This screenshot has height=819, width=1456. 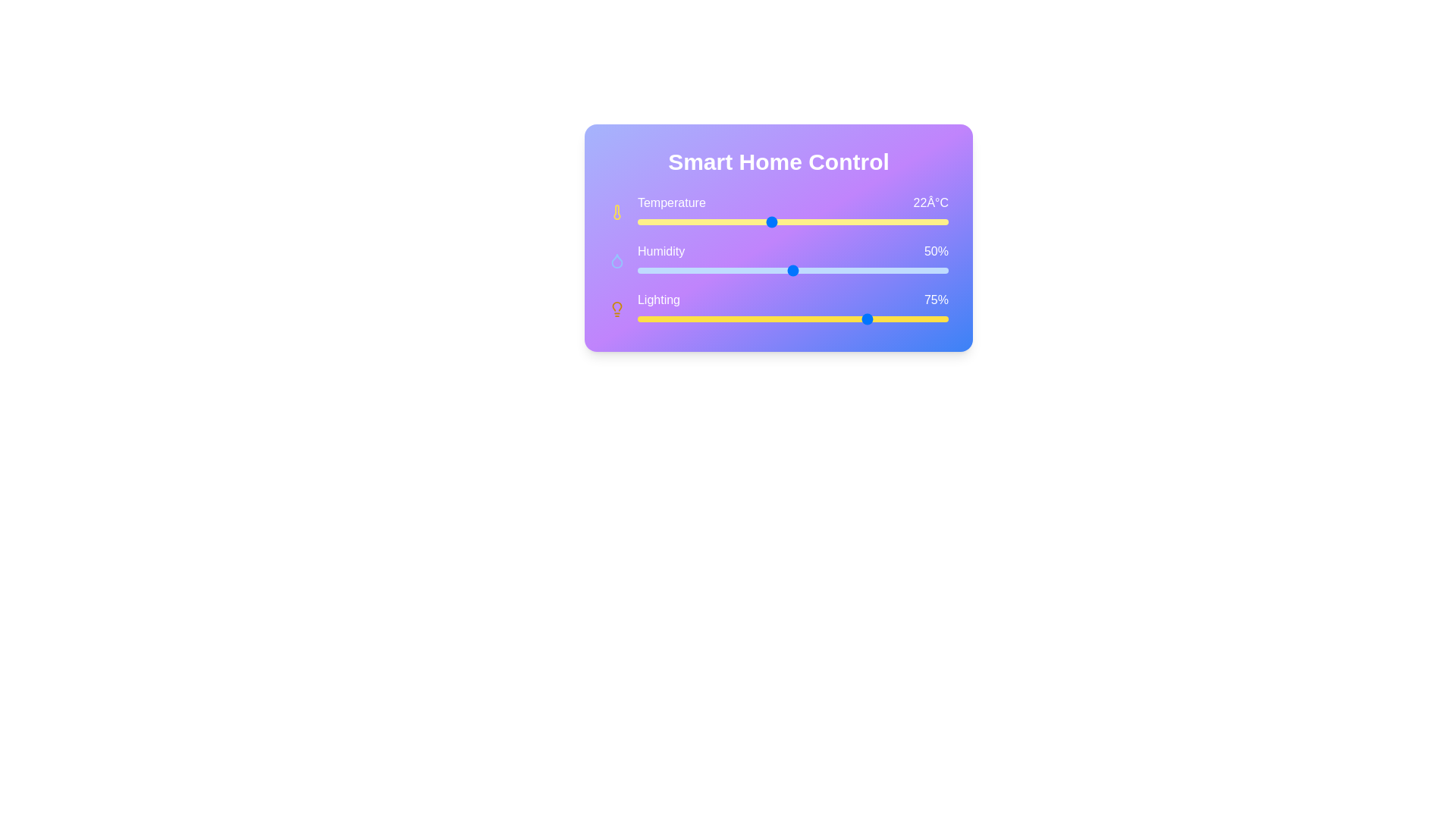 What do you see at coordinates (656, 318) in the screenshot?
I see `the lighting slider to set the lighting level to 6%` at bounding box center [656, 318].